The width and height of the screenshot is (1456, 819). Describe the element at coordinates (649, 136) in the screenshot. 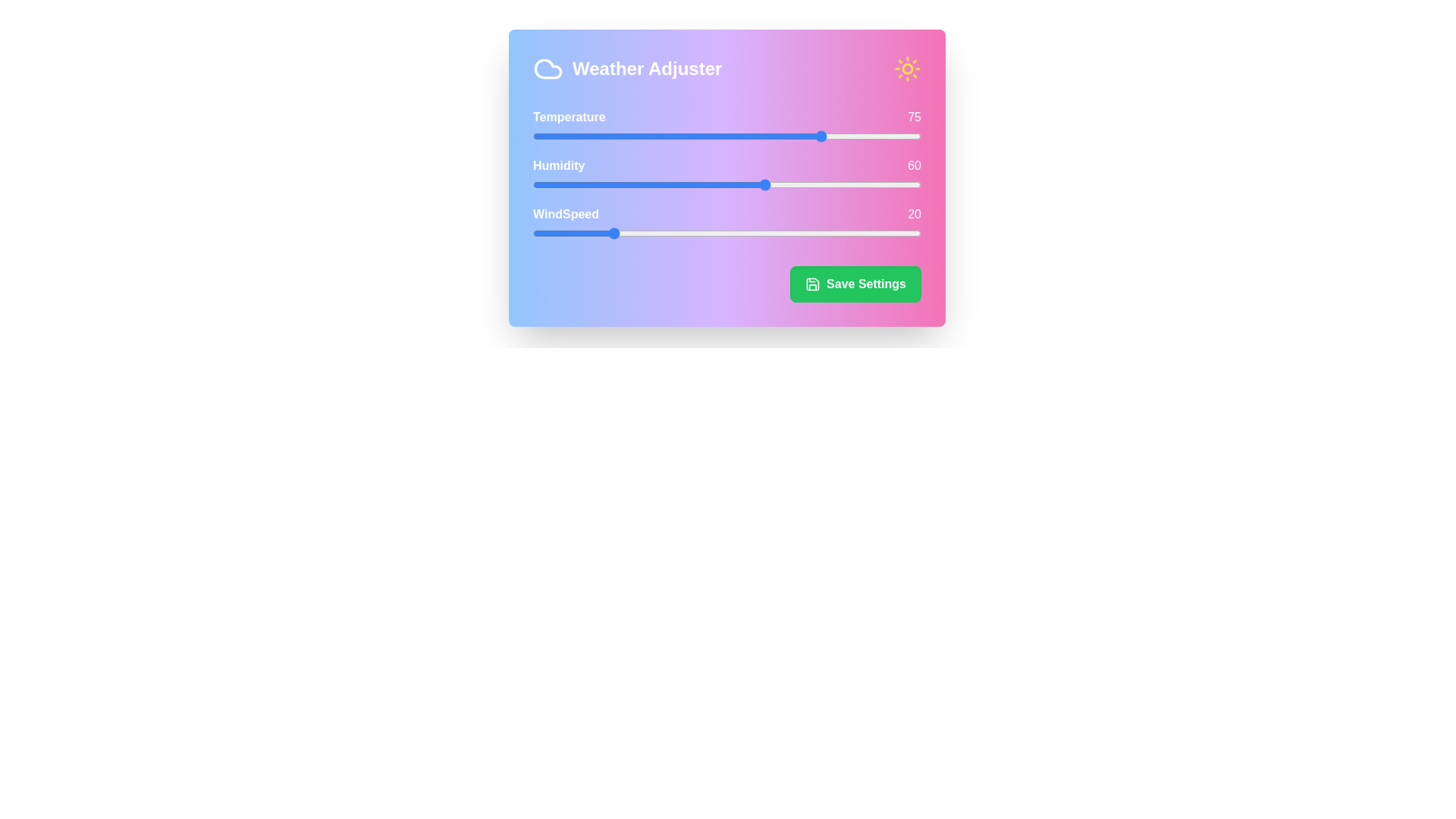

I see `the temperature slider` at that location.